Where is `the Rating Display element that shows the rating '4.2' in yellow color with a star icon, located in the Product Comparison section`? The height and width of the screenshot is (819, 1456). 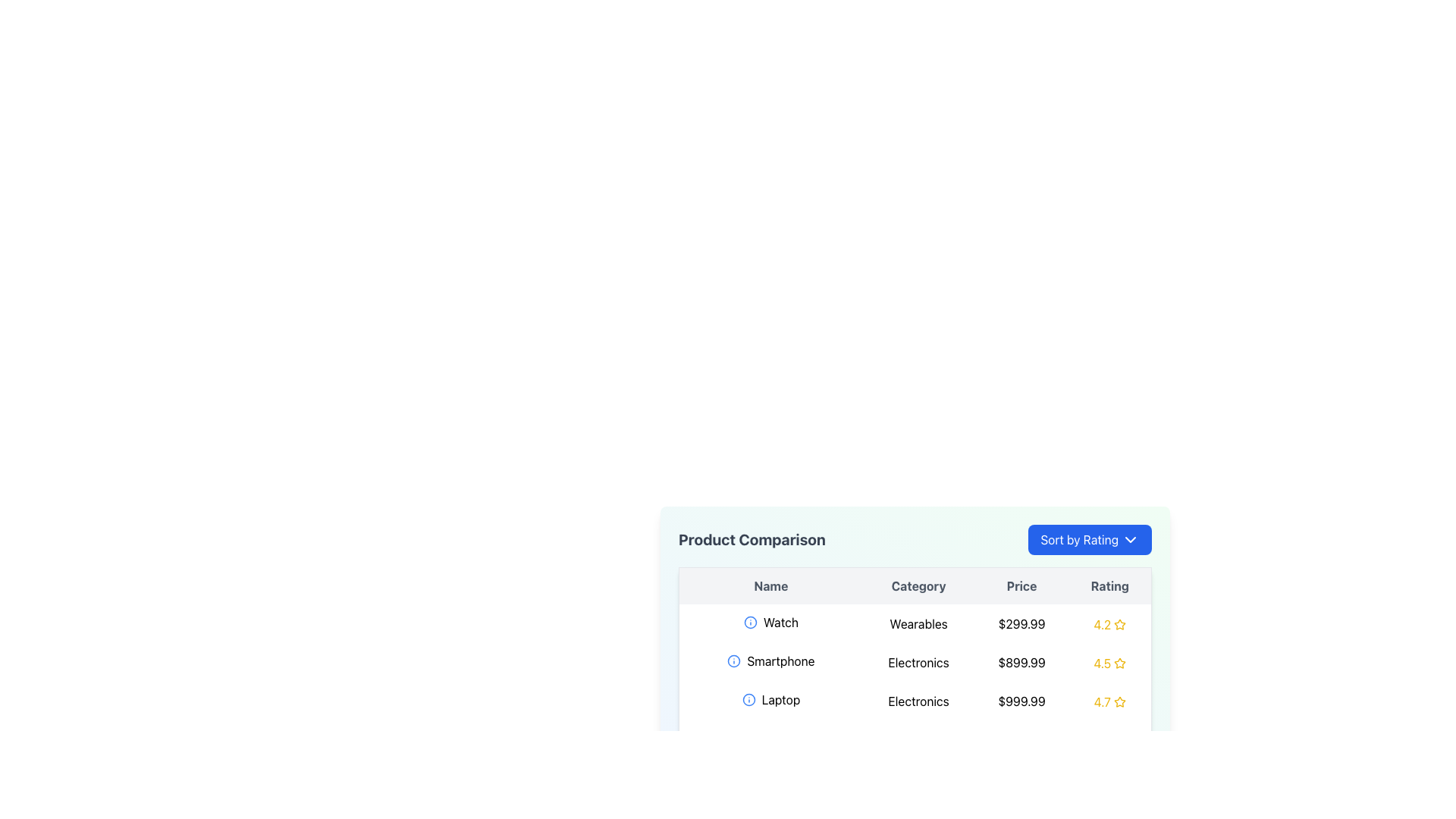
the Rating Display element that shows the rating '4.2' in yellow color with a star icon, located in the Product Comparison section is located at coordinates (1109, 625).